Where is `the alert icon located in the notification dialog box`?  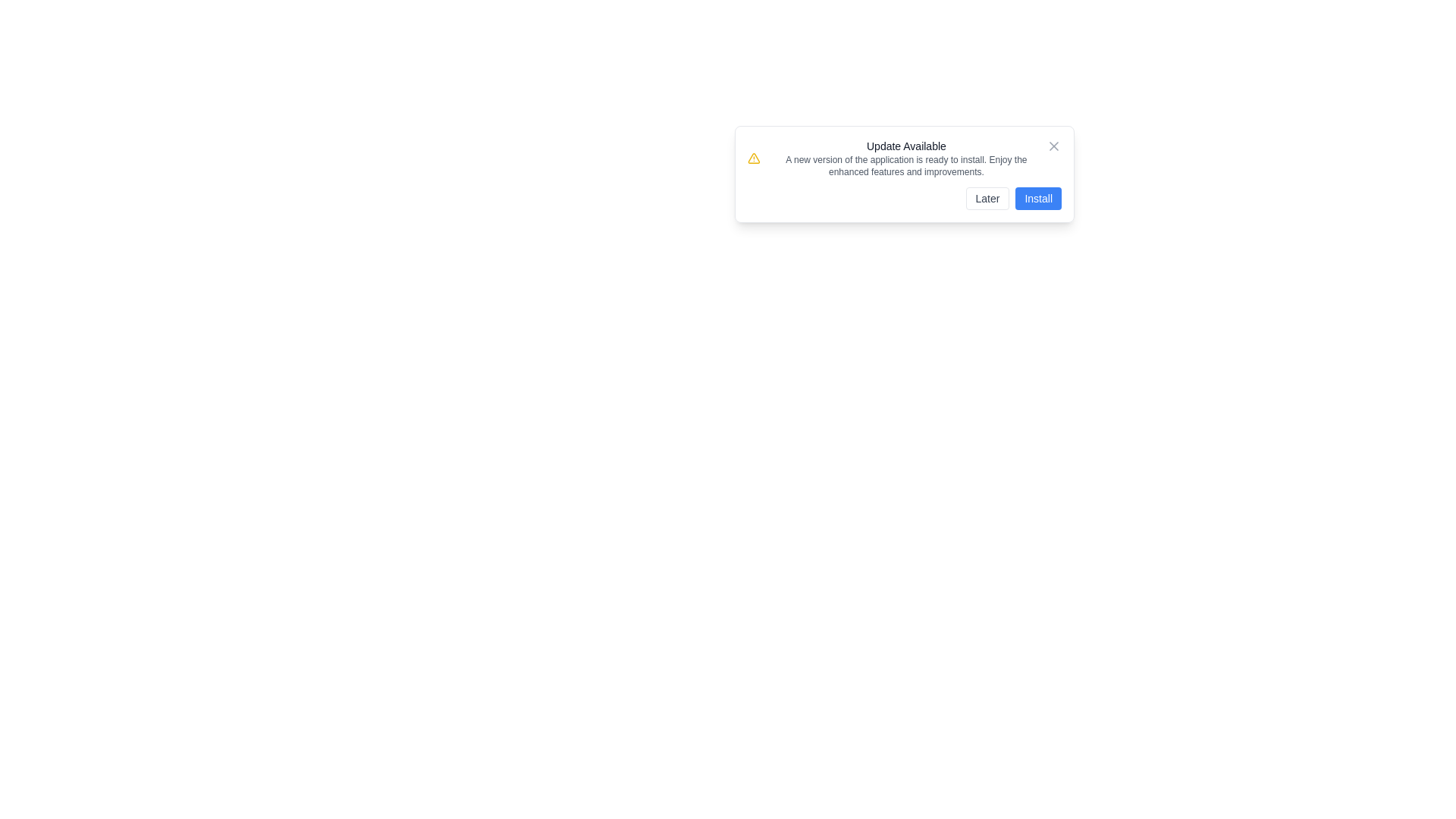
the alert icon located in the notification dialog box is located at coordinates (754, 158).